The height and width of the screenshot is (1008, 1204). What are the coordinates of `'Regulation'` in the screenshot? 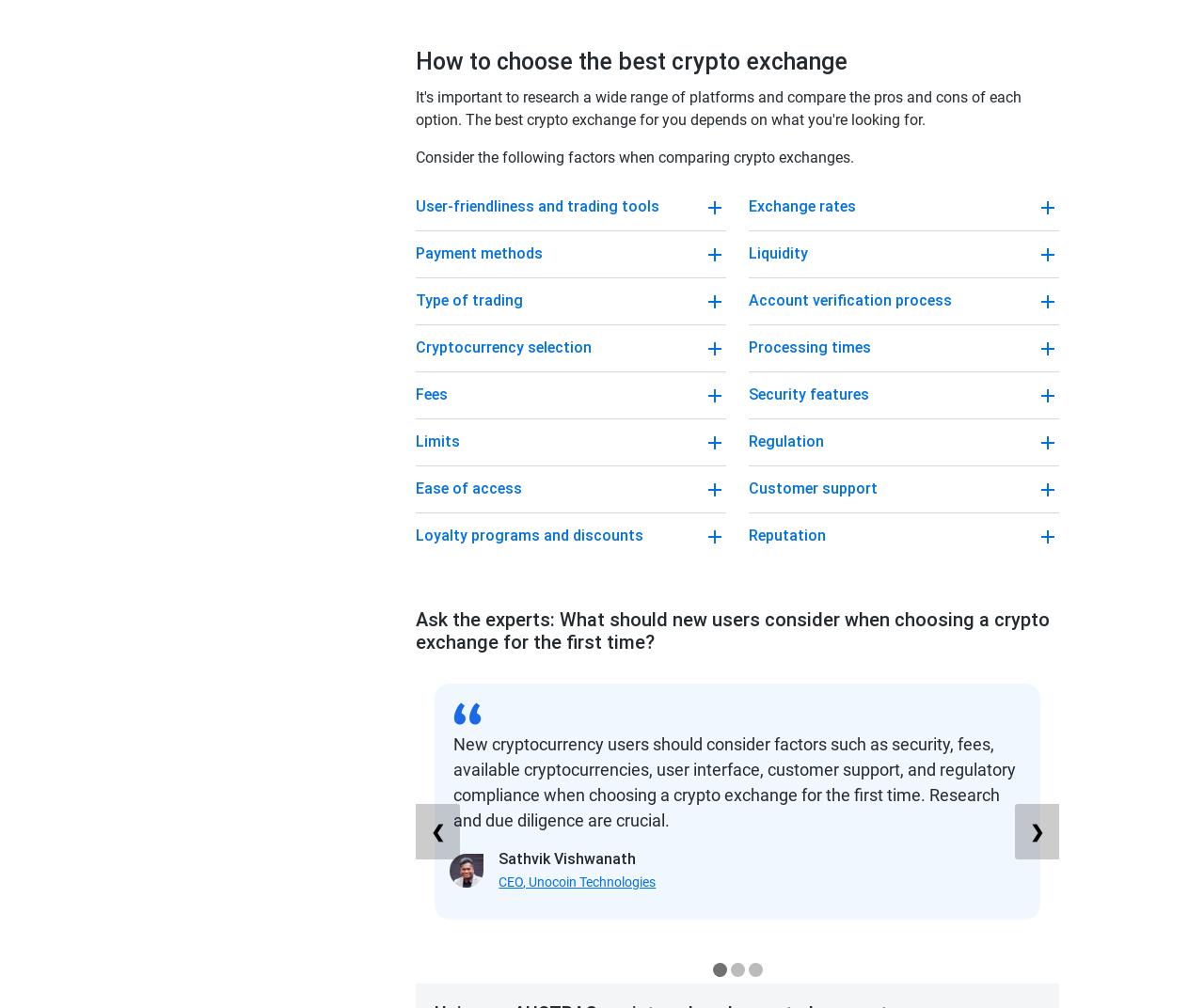 It's located at (785, 440).